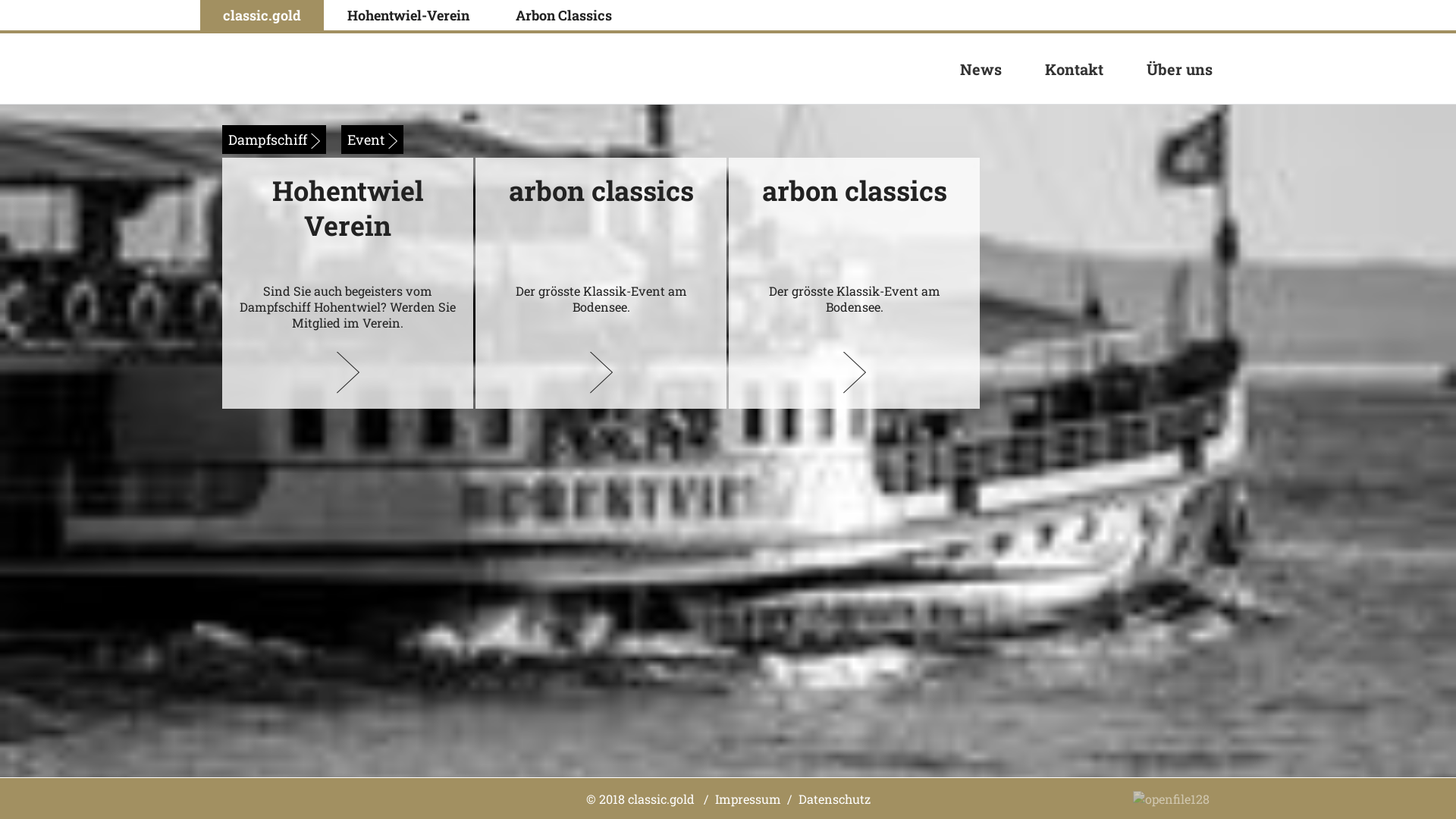 This screenshot has height=819, width=1456. What do you see at coordinates (713, 797) in the screenshot?
I see `'Impressum'` at bounding box center [713, 797].